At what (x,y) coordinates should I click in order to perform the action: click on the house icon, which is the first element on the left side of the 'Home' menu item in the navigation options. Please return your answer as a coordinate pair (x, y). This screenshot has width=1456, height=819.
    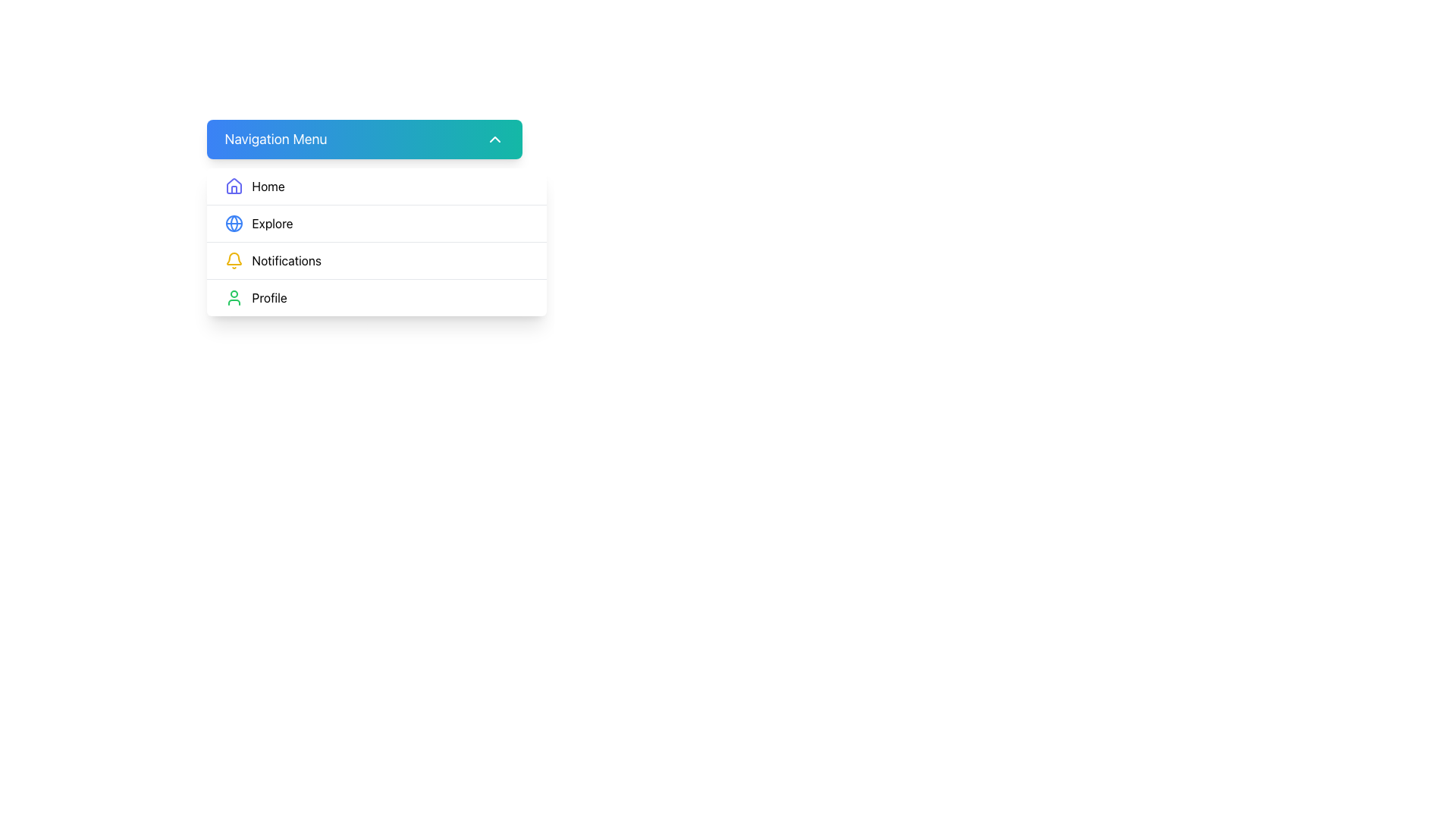
    Looking at the image, I should click on (233, 185).